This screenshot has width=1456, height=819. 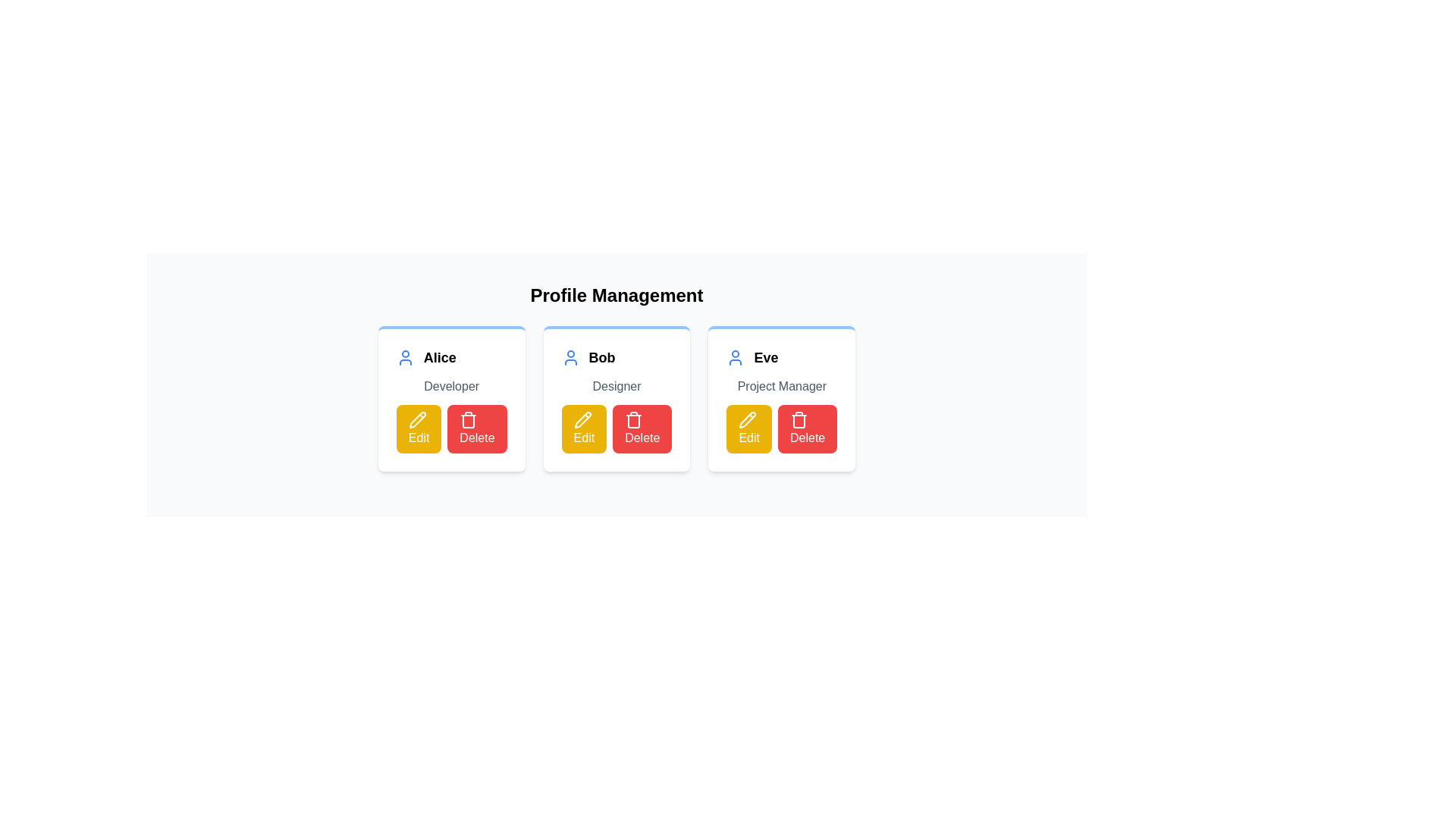 I want to click on the yellow 'Edit' button with a pencil icon located in the middle card labeled 'Bob' to initiate the edit functionality, so click(x=583, y=429).